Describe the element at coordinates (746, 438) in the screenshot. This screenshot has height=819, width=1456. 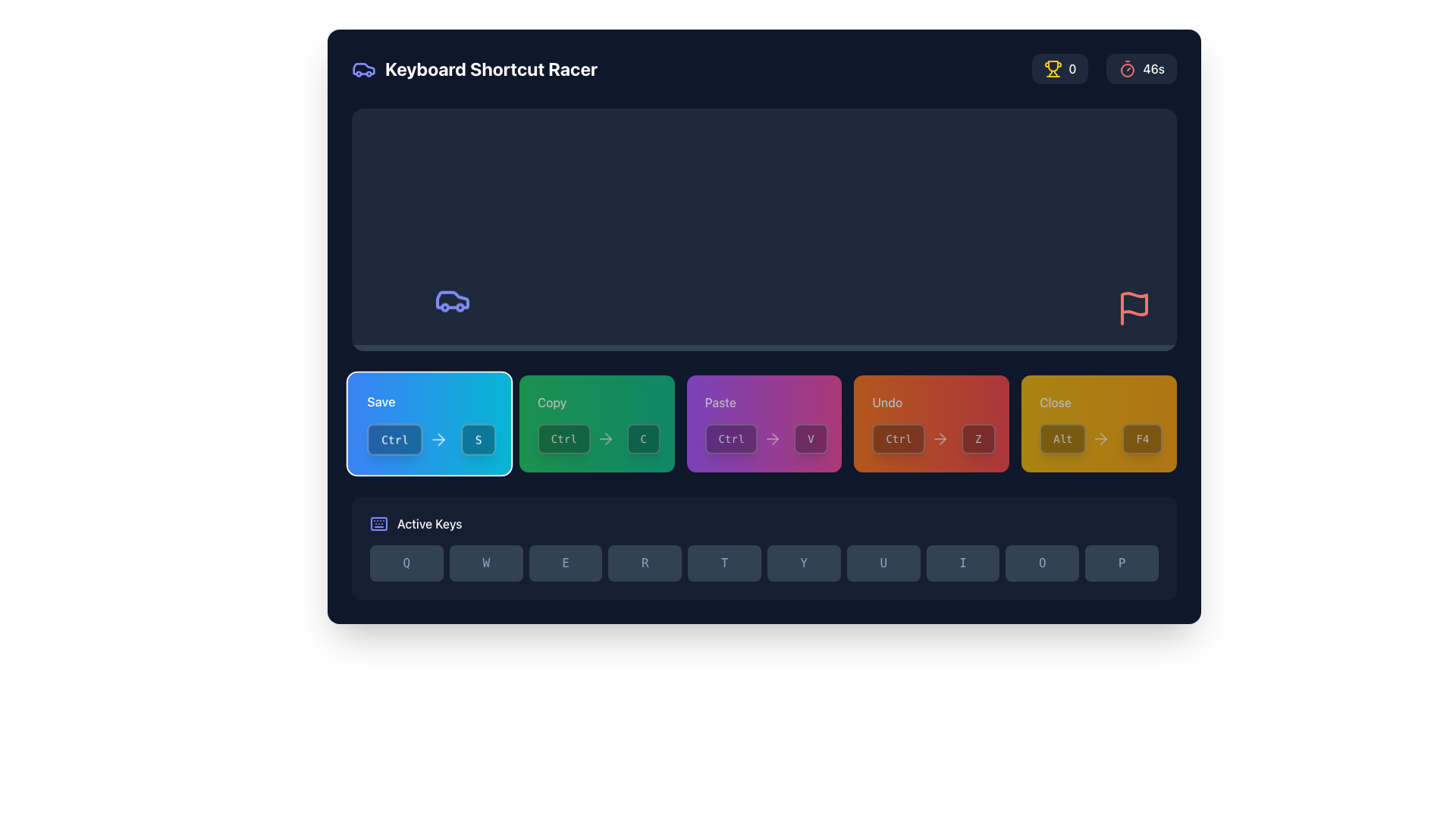
I see `the 'Ctrl' button-like component` at that location.